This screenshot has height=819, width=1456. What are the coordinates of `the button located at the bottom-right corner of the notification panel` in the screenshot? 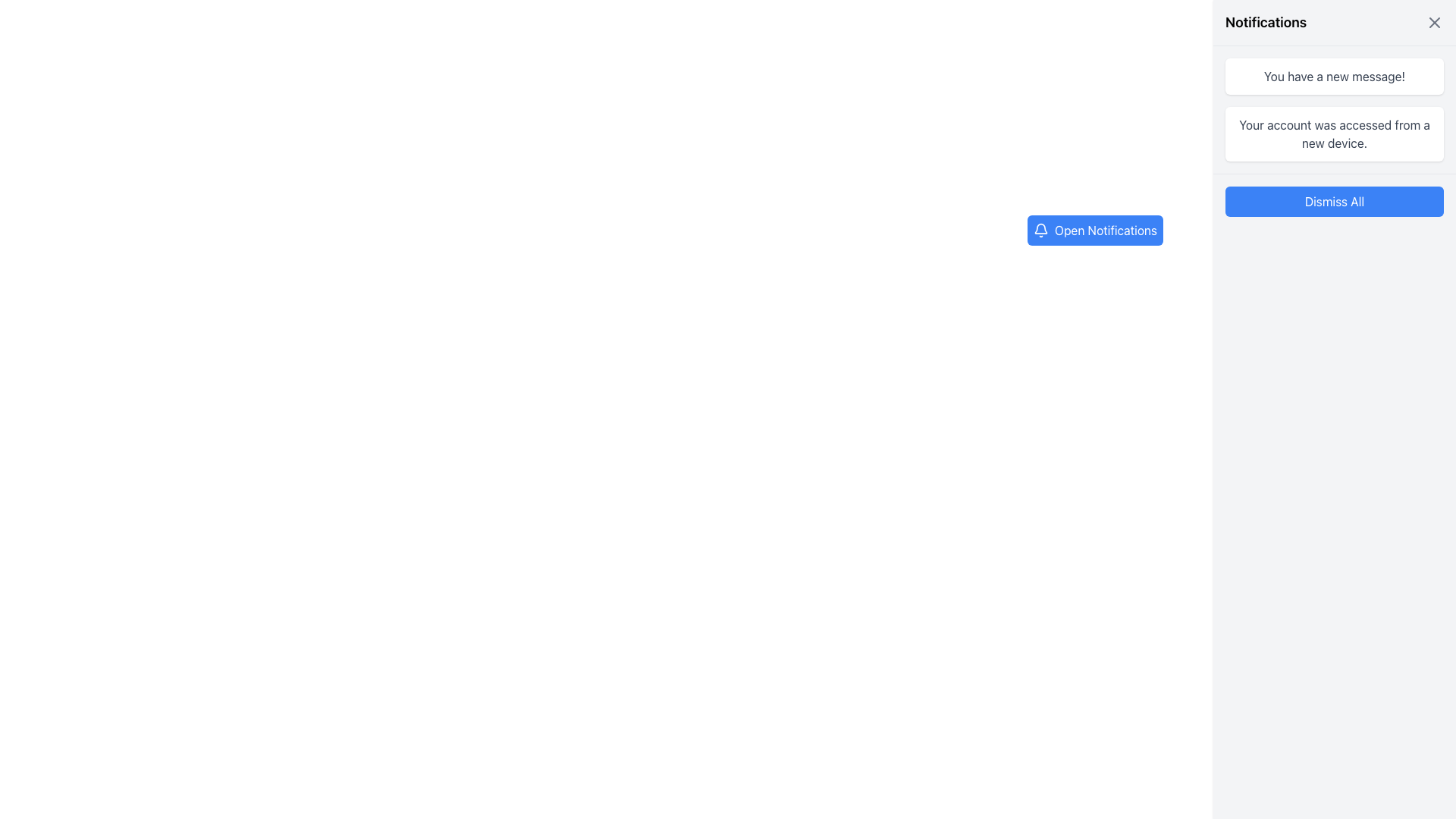 It's located at (1335, 201).